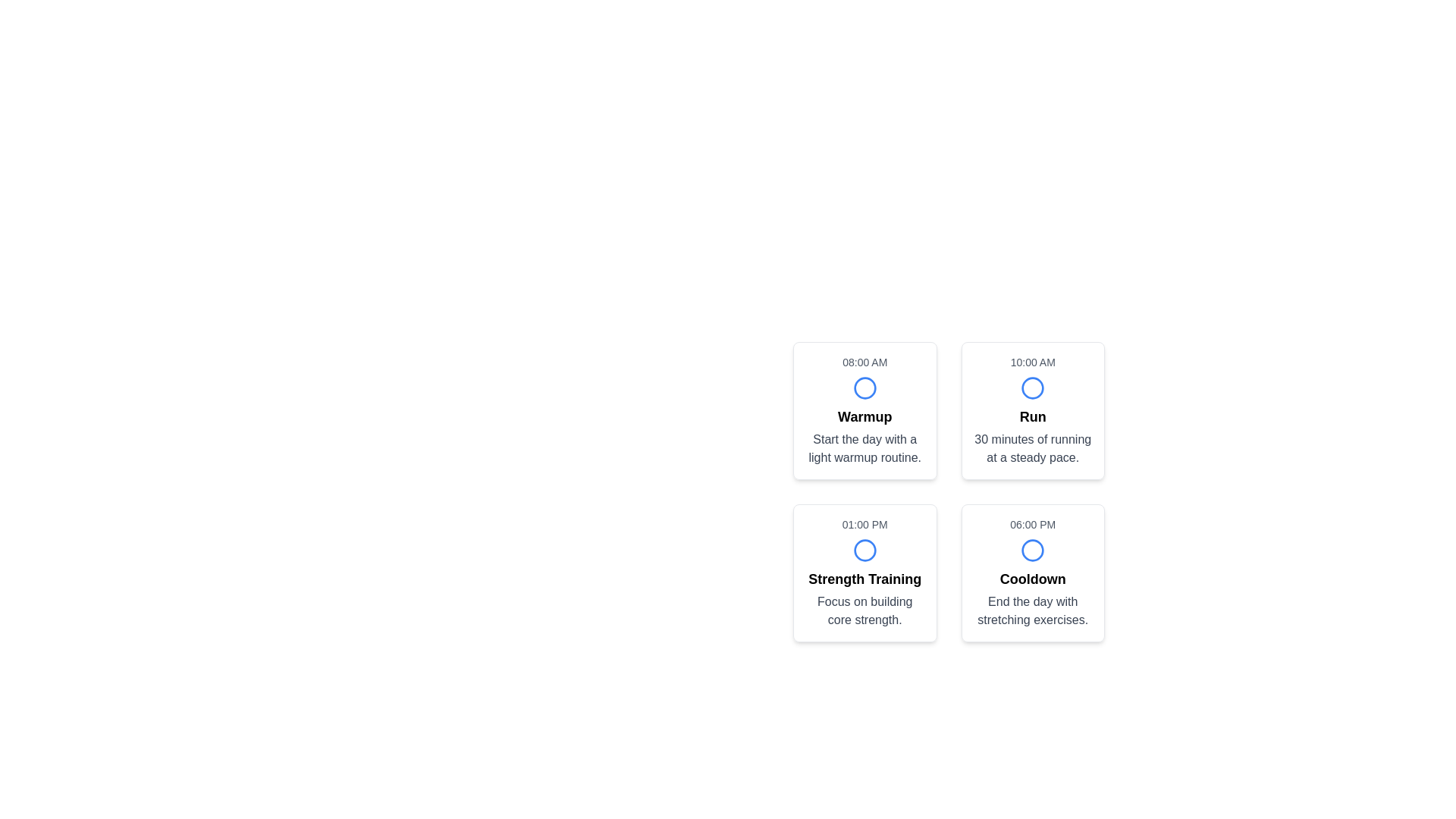 Image resolution: width=1456 pixels, height=819 pixels. Describe the element at coordinates (864, 550) in the screenshot. I see `the circular icon representing the 'Strength Training' session, located in the third card of the second row, below the 'Warmup' and 'Run' cards` at that location.